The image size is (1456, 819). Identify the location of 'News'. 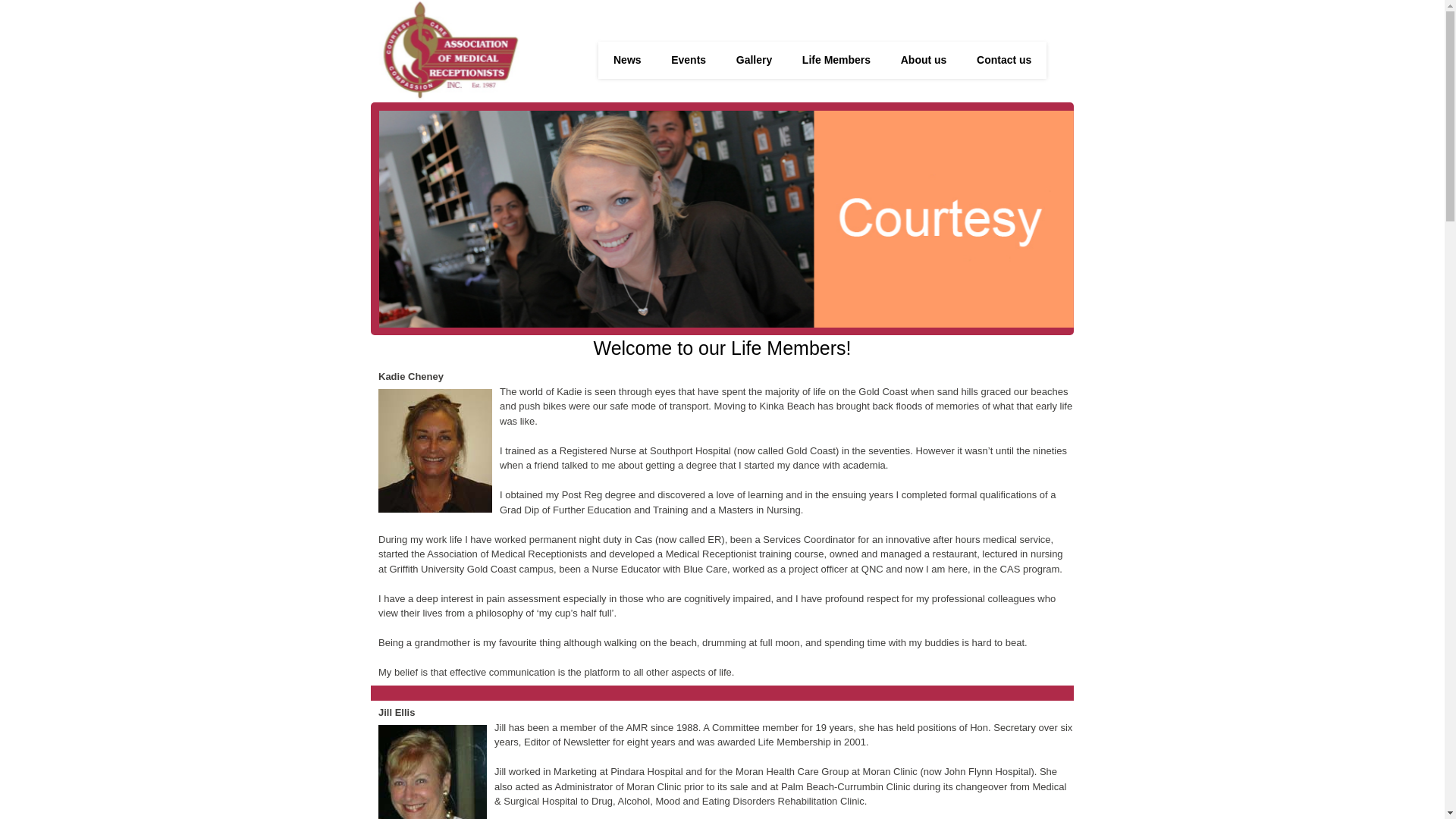
(626, 59).